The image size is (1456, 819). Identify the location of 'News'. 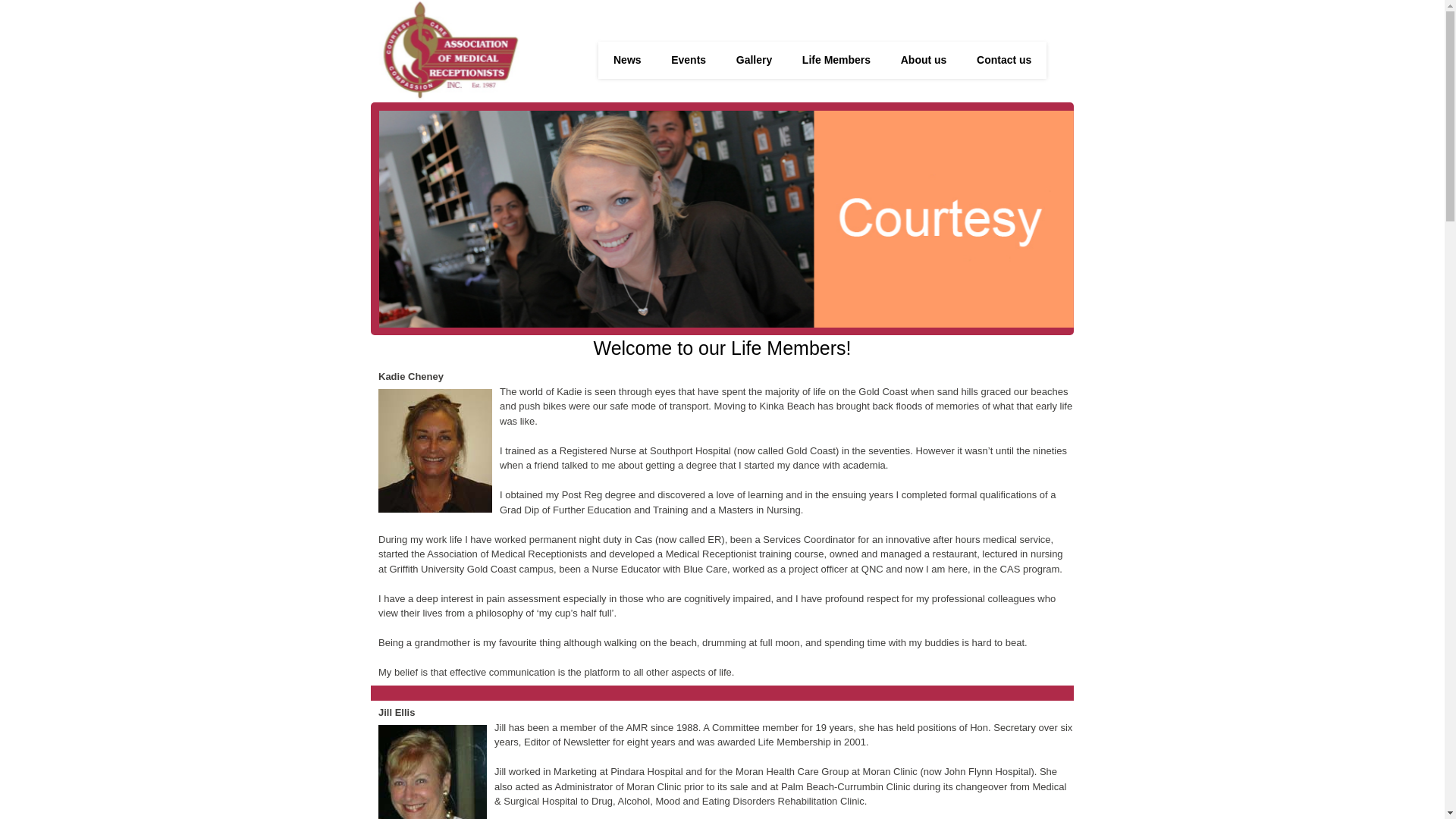
(626, 59).